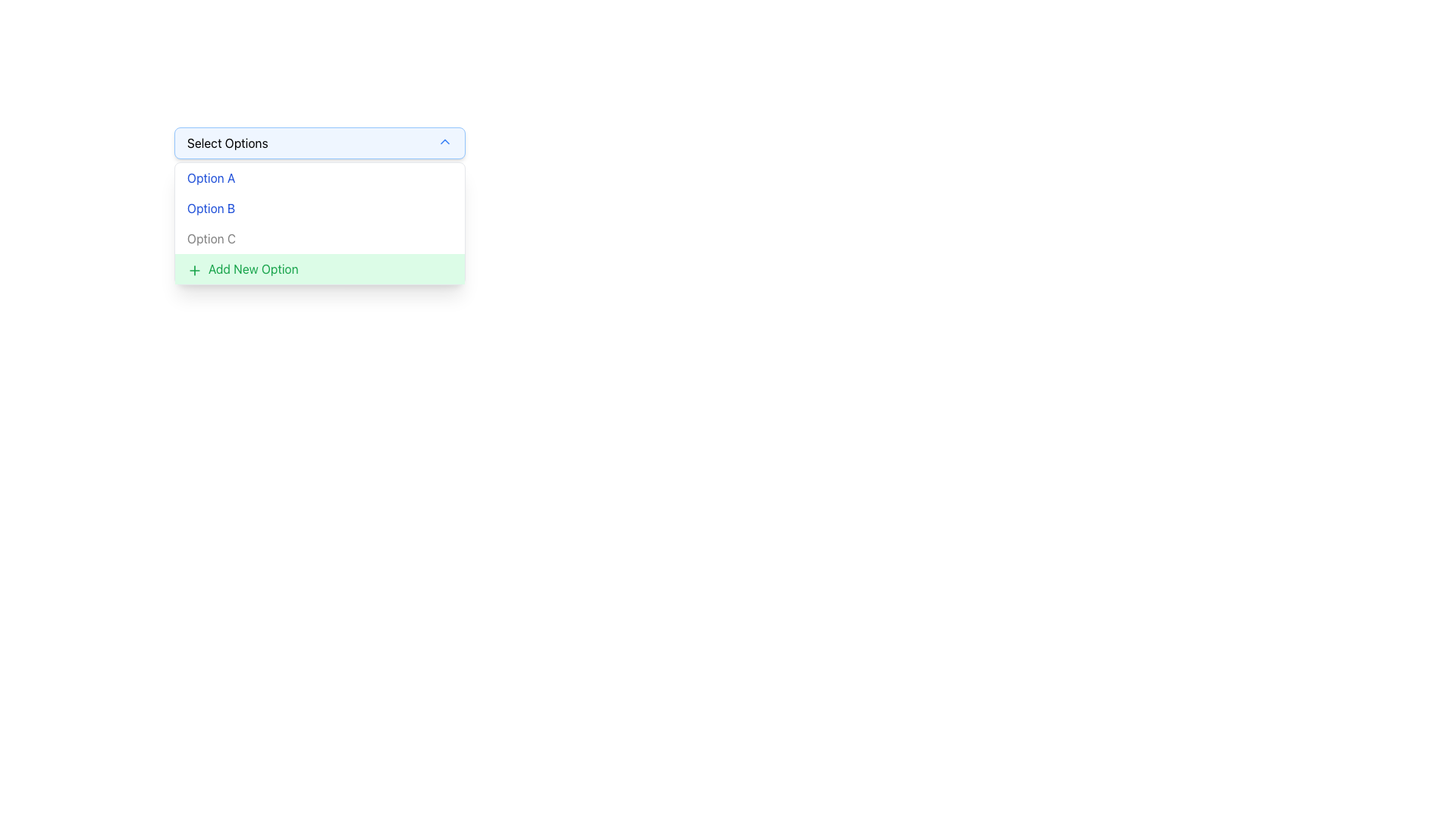  Describe the element at coordinates (210, 177) in the screenshot. I see `the first option in the dropdown menu labeled 'Select Options', which displays a selectable choice` at that location.